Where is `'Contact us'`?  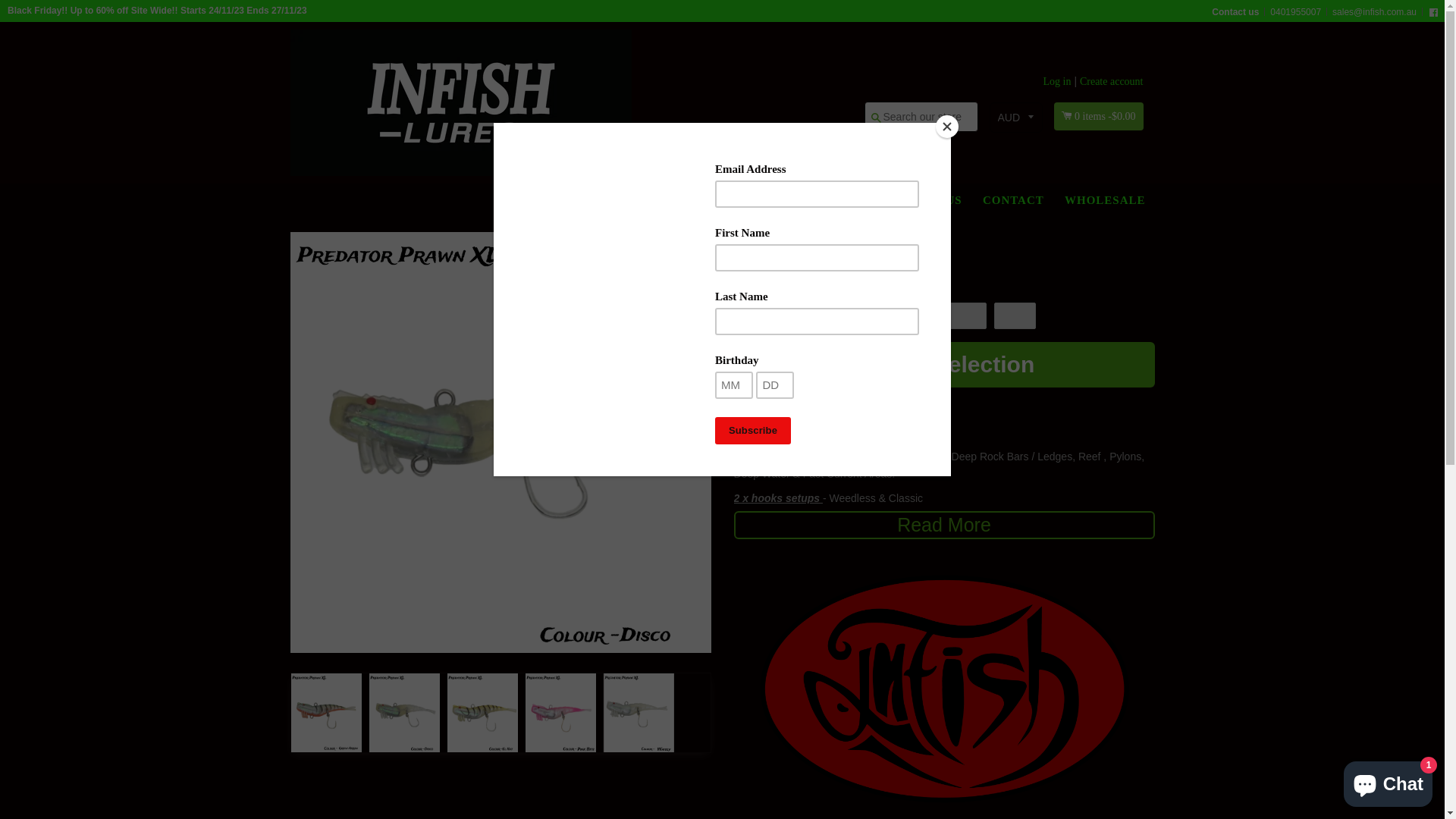
'Contact us' is located at coordinates (1235, 11).